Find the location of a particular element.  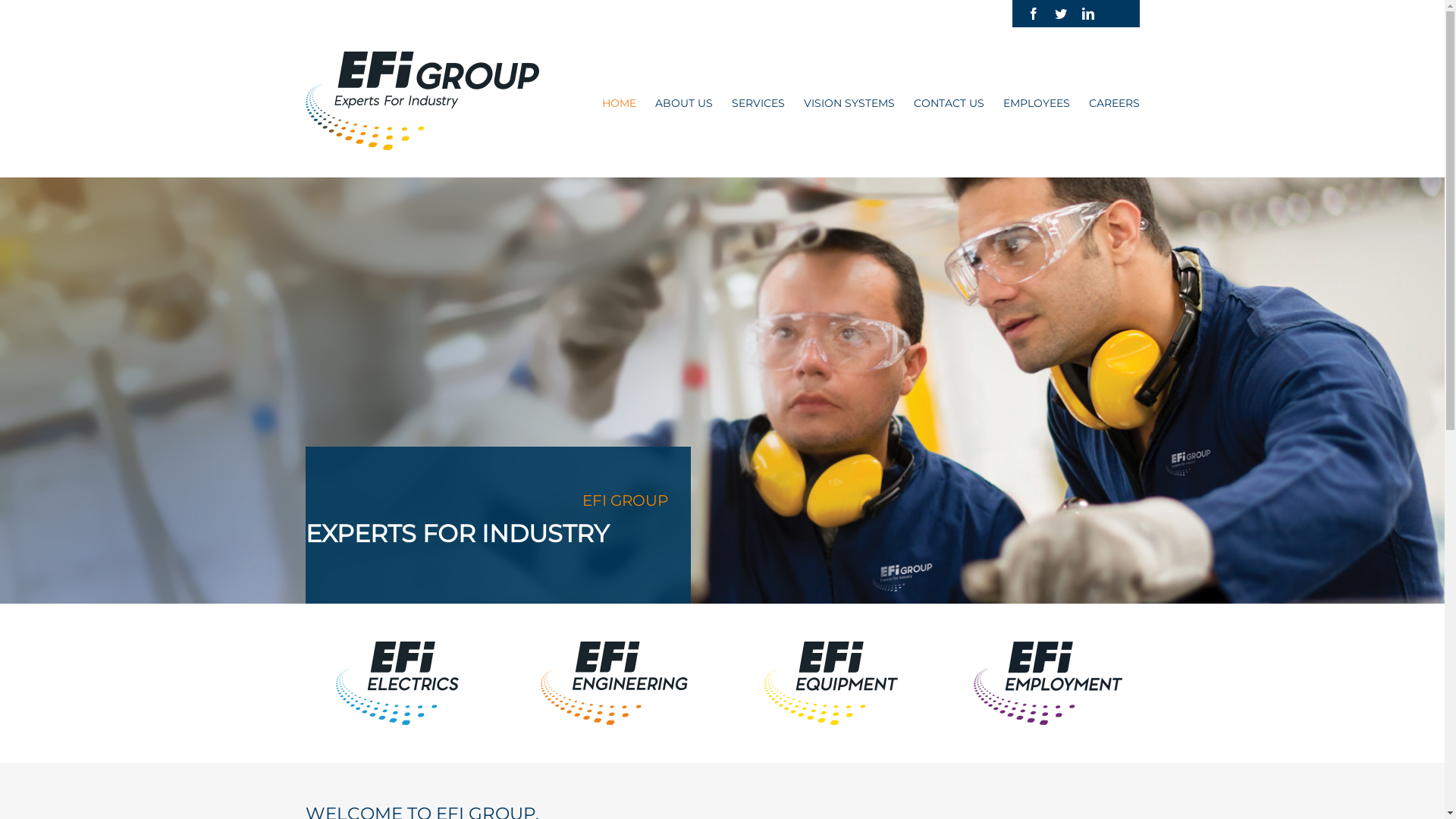

'SERVICES' is located at coordinates (757, 102).